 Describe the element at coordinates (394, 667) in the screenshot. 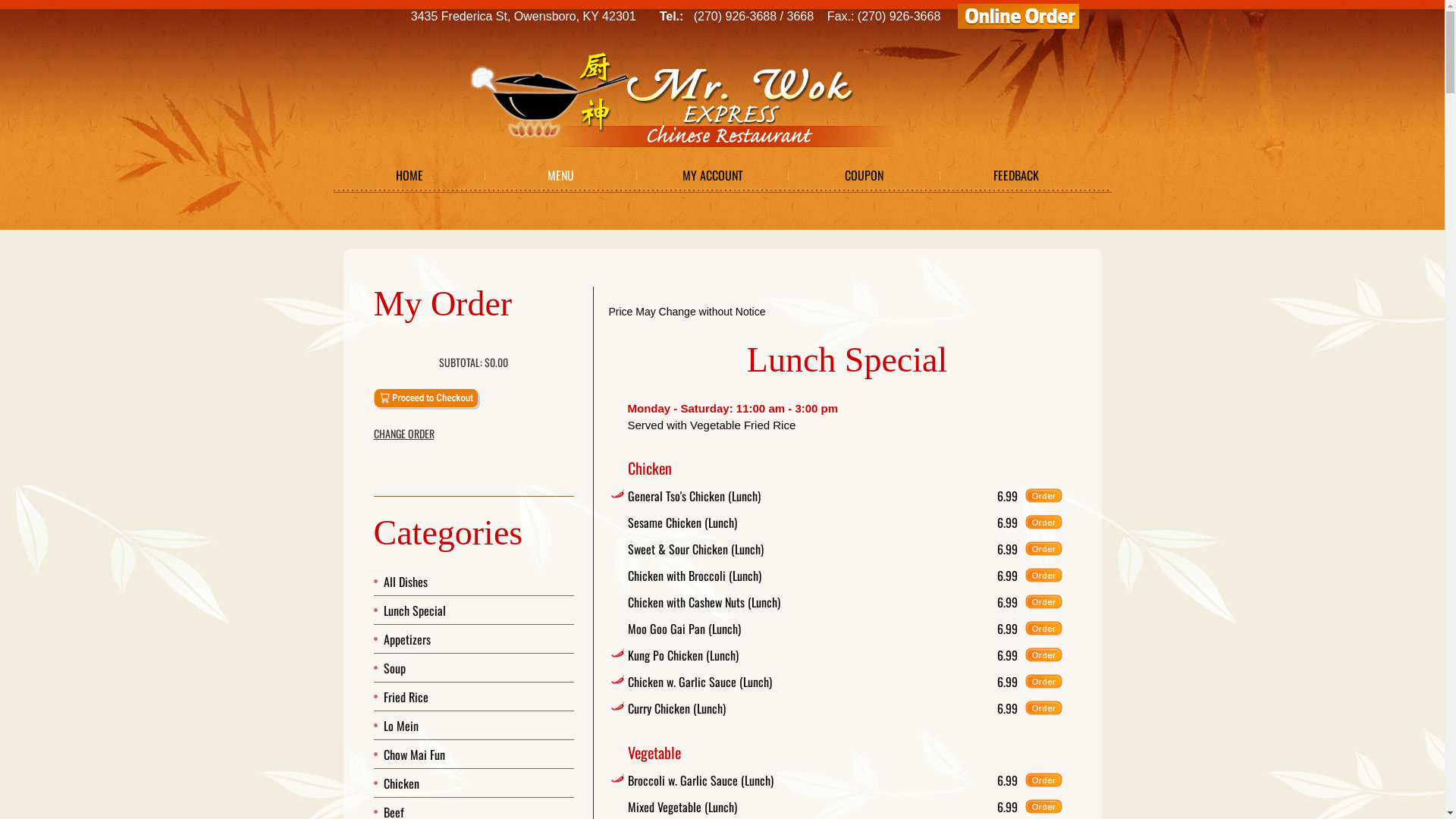

I see `'Soup'` at that location.